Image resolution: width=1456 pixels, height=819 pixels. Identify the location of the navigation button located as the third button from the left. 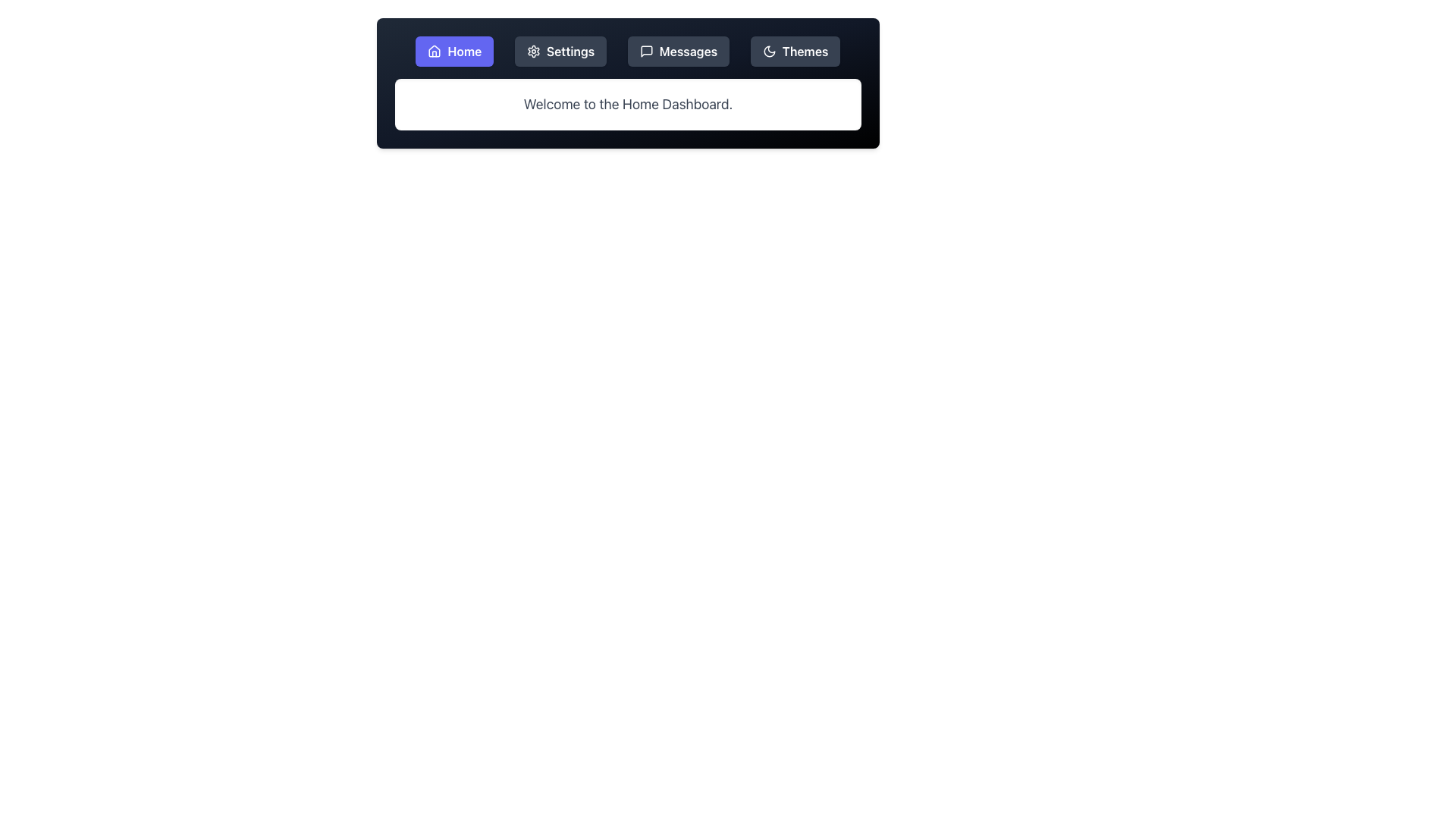
(677, 51).